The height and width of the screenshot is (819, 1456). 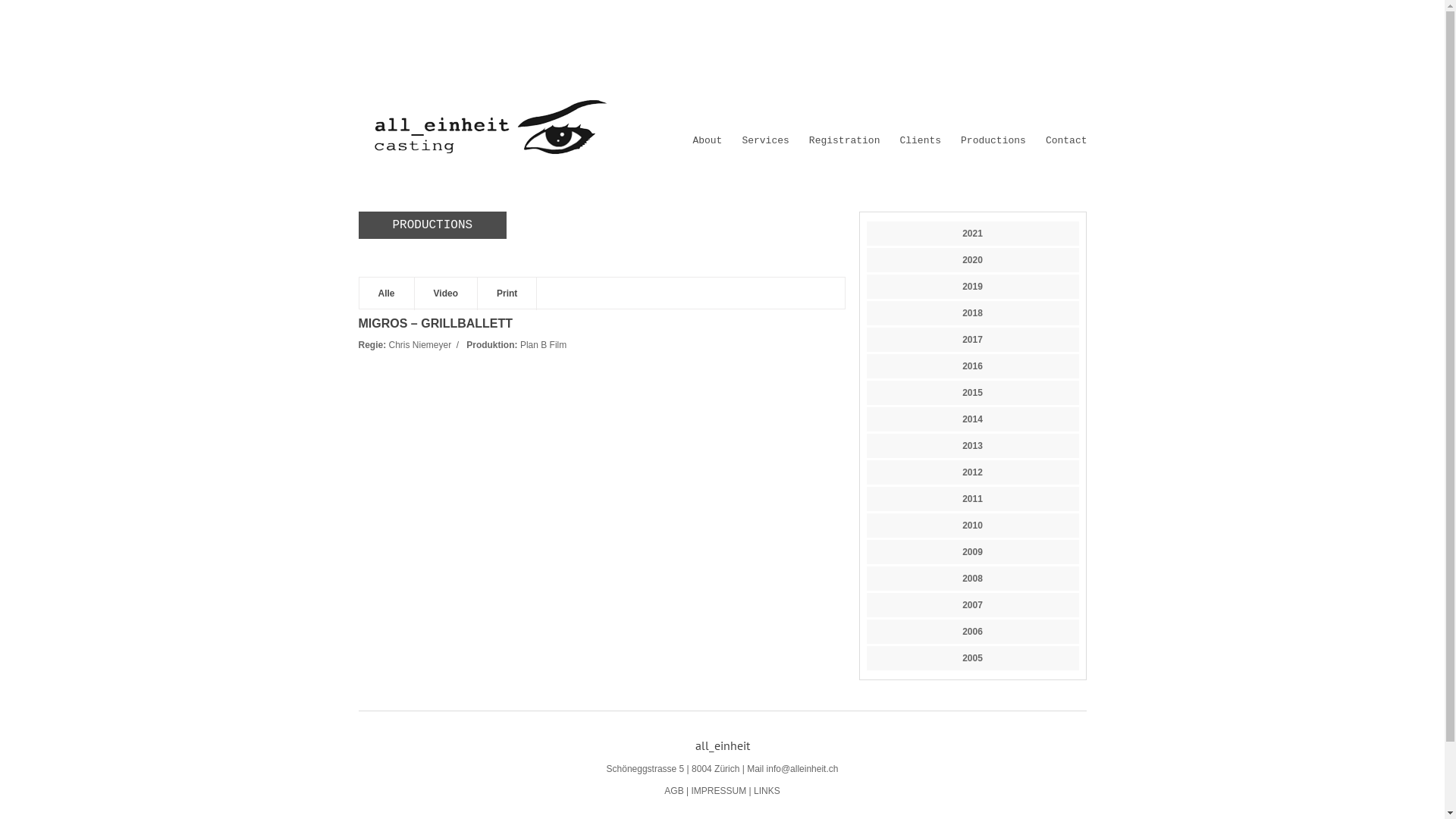 What do you see at coordinates (971, 444) in the screenshot?
I see `'2013'` at bounding box center [971, 444].